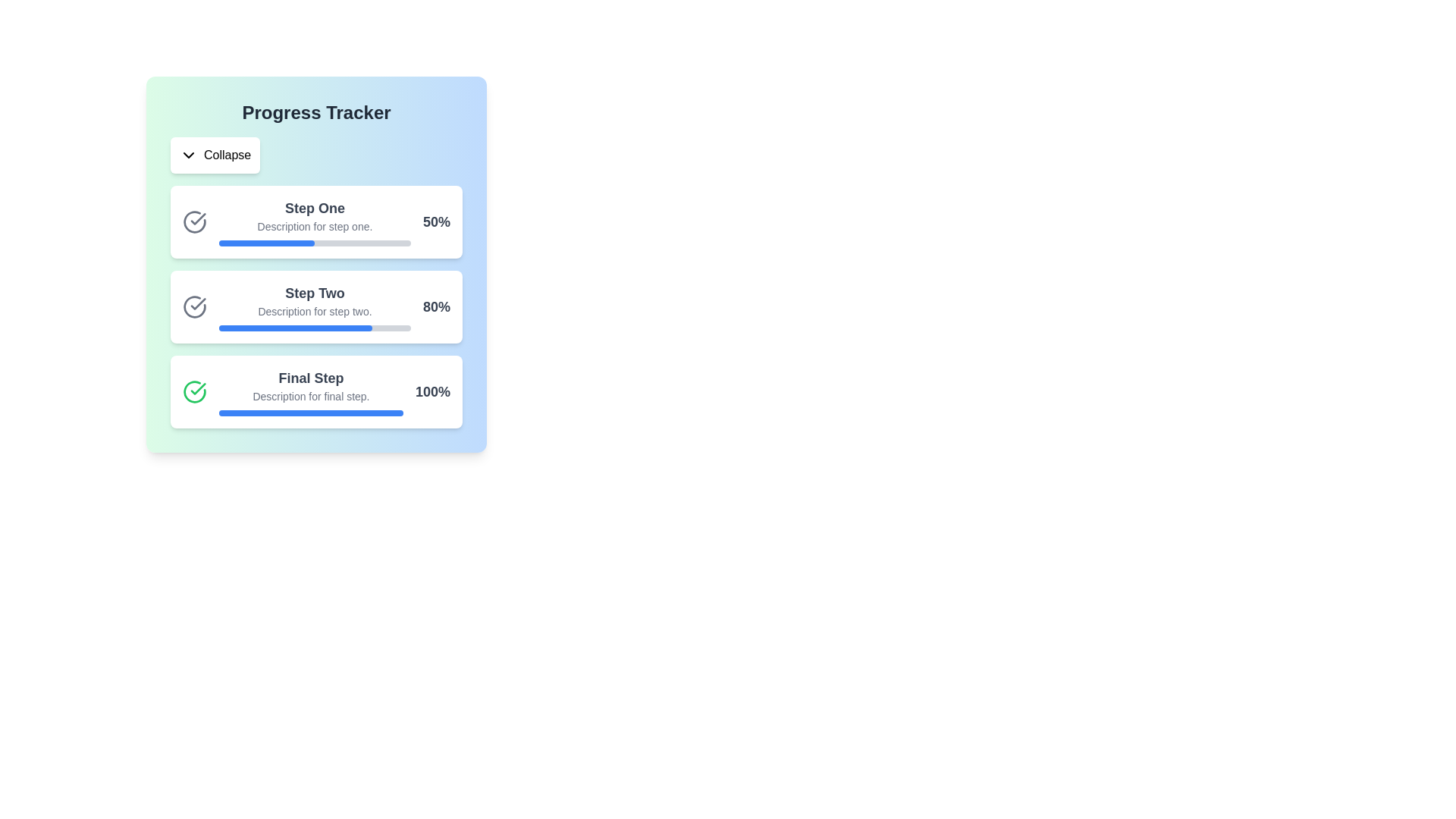 Image resolution: width=1456 pixels, height=819 pixels. Describe the element at coordinates (310, 396) in the screenshot. I see `the explanatory text label for the 'Final Step' section, which is located below the 'Final Step' heading and to the left of the progress percentage` at that location.